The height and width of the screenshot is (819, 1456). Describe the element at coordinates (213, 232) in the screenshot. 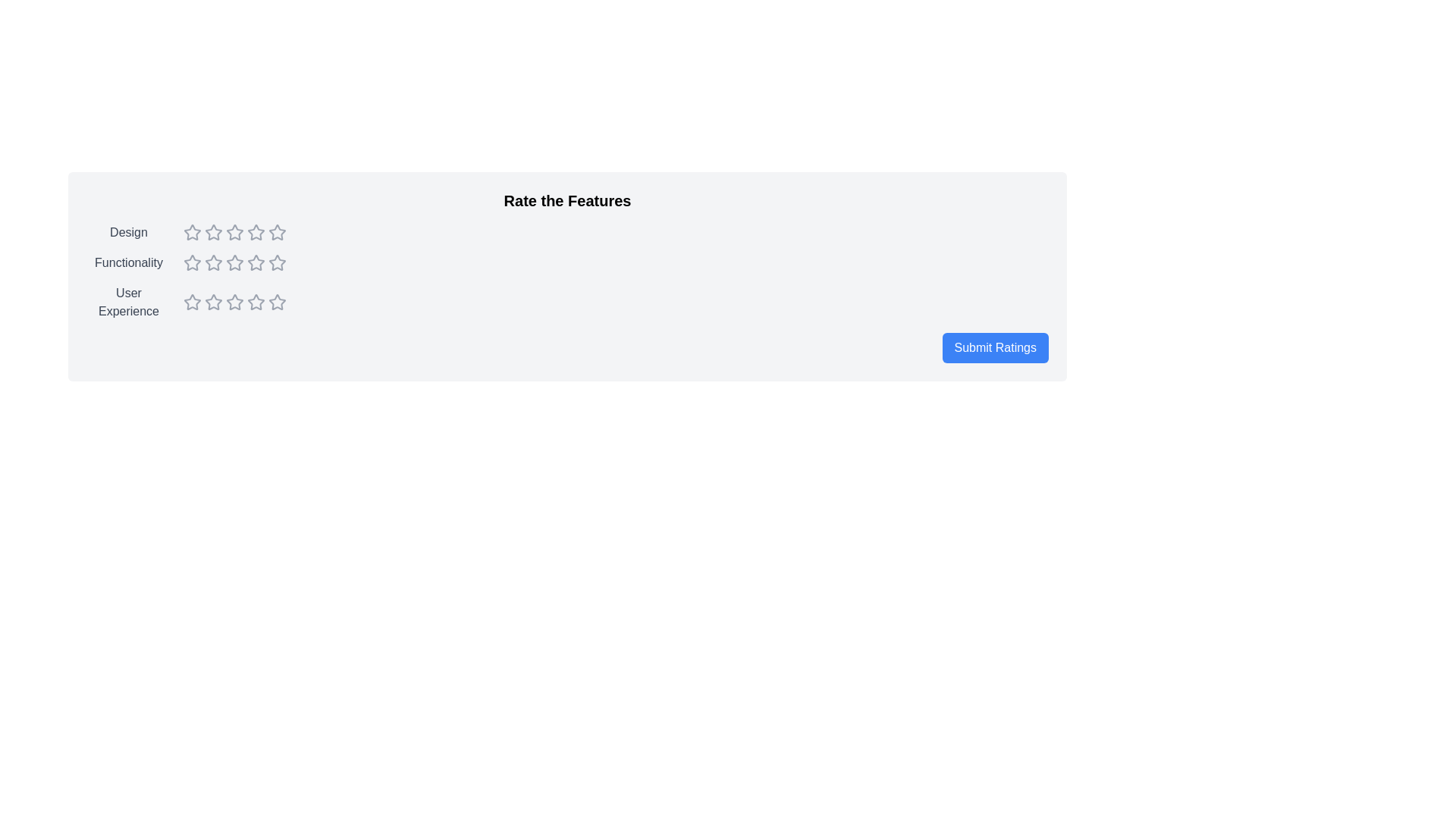

I see `the second star icon in the rating system using keyboard navigation` at that location.